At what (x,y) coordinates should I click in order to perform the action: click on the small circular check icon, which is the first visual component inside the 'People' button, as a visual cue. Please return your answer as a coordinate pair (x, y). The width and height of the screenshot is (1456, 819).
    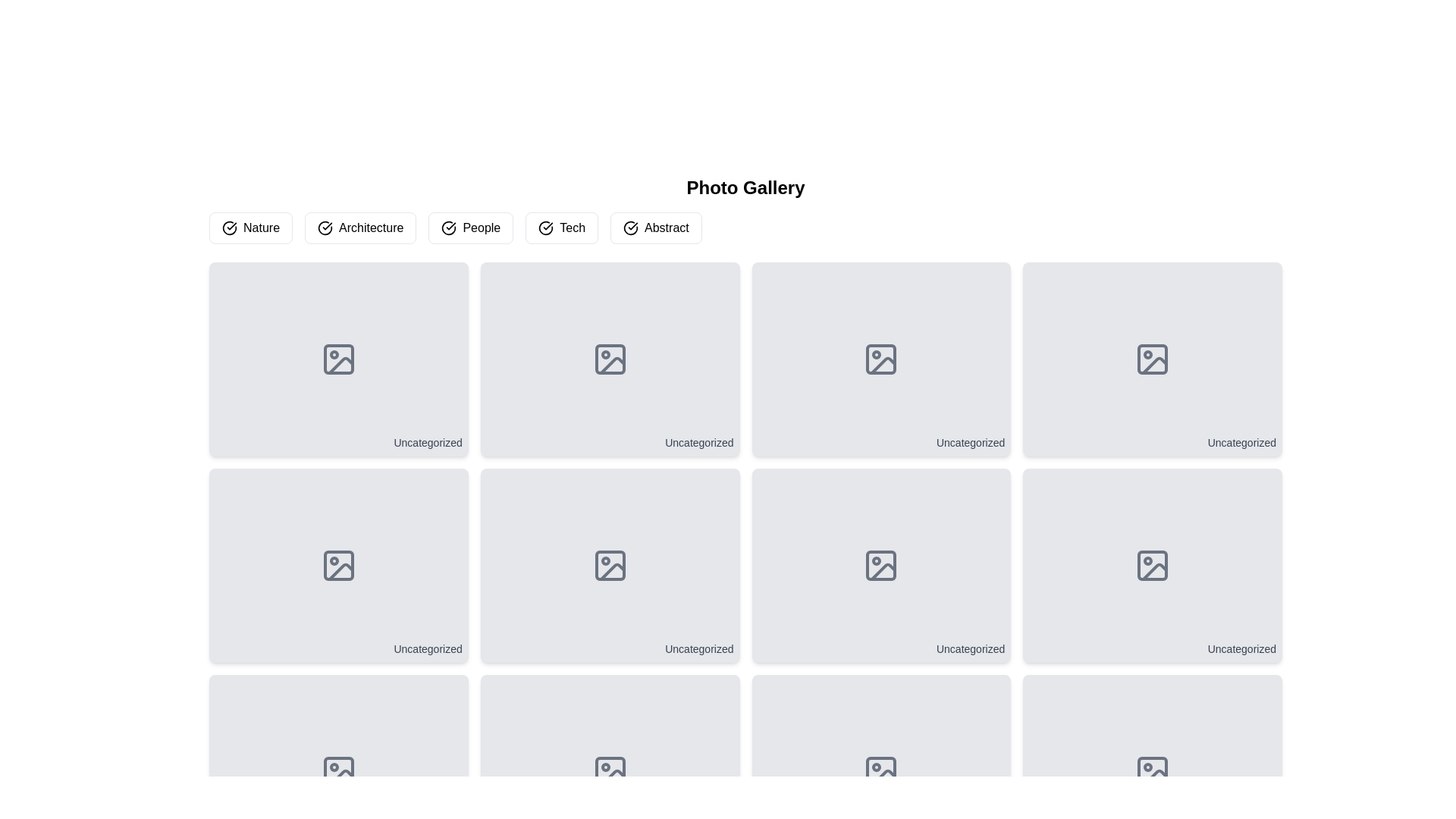
    Looking at the image, I should click on (448, 227).